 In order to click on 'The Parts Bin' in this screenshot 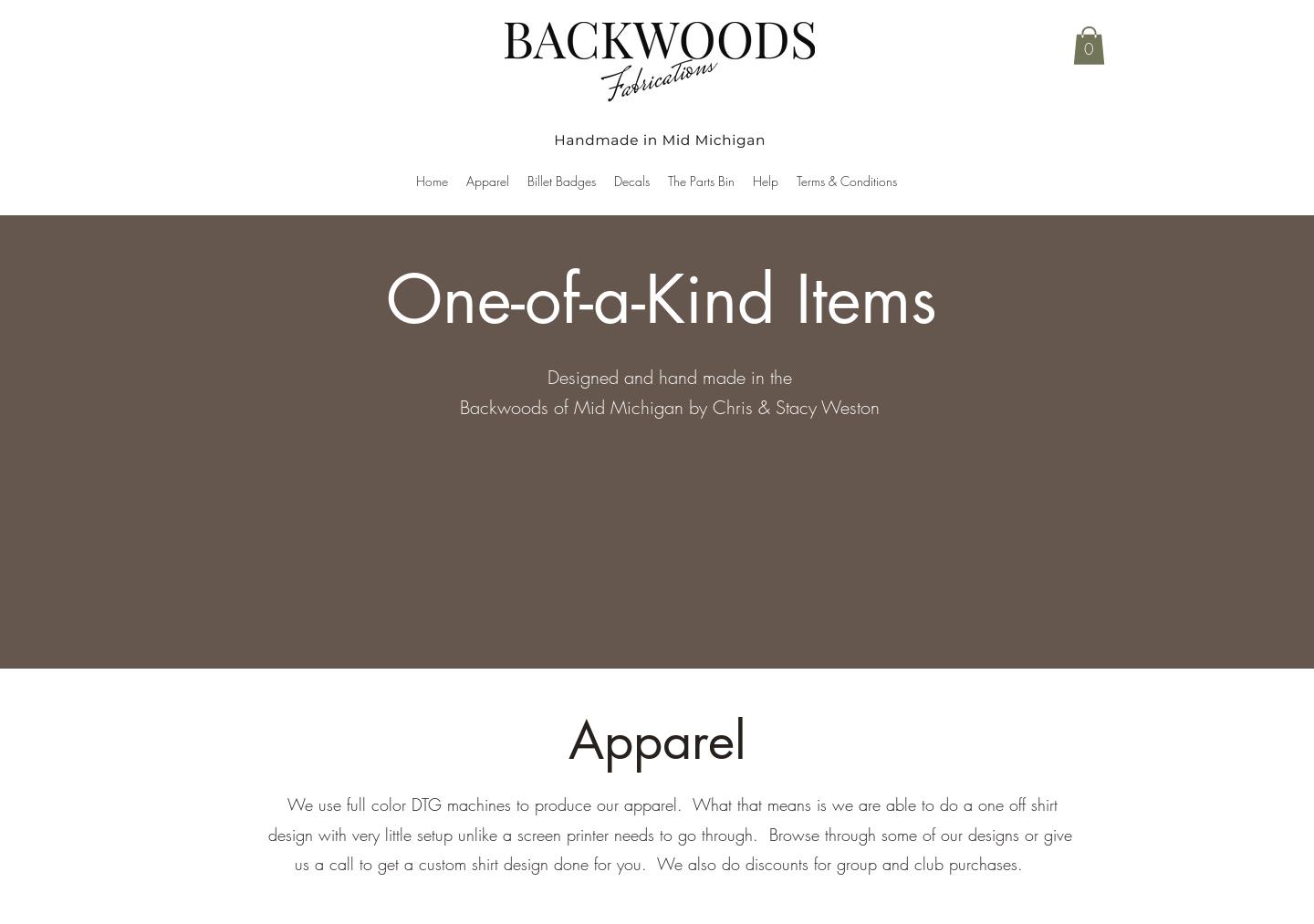, I will do `click(699, 181)`.